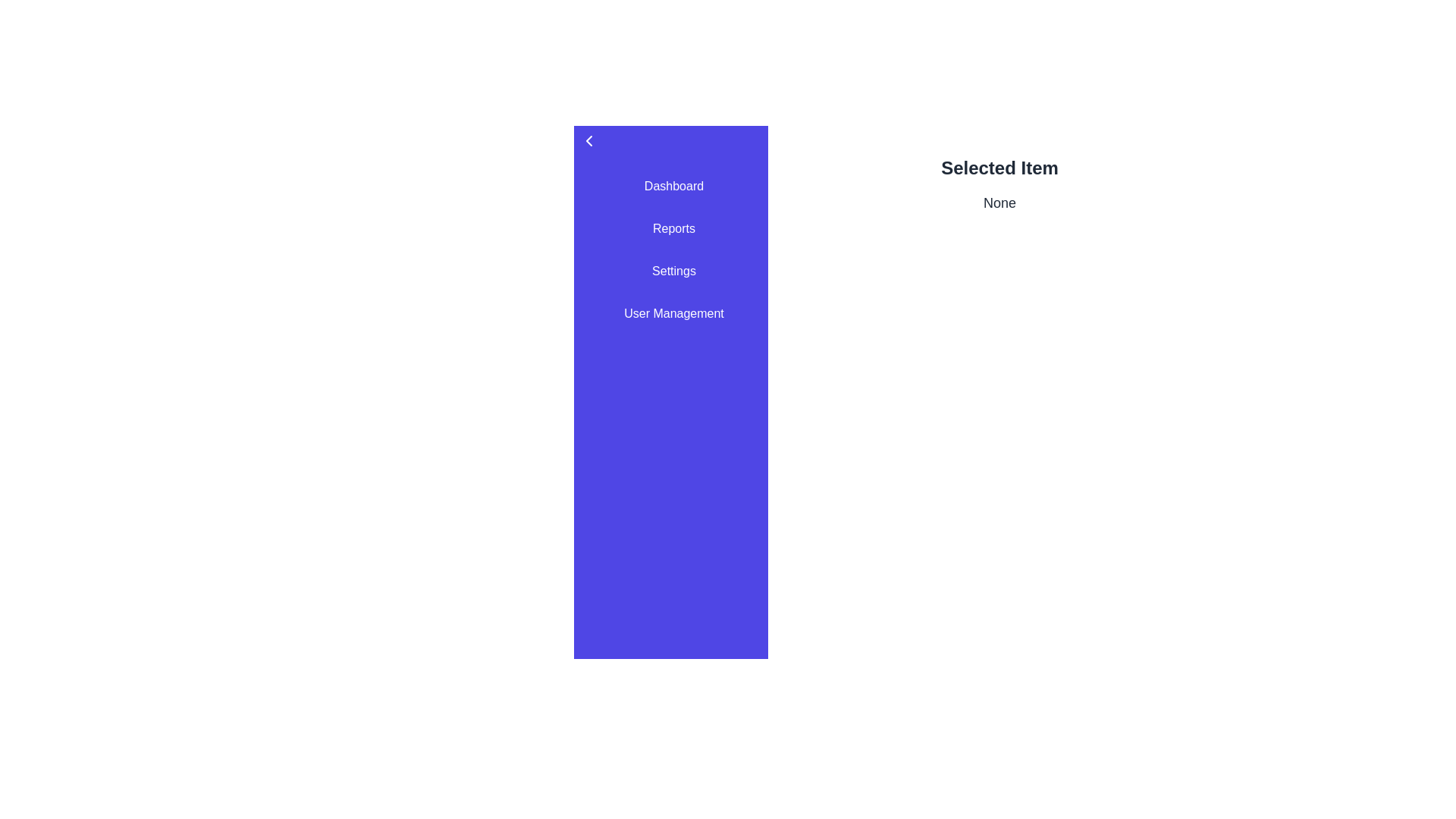 The width and height of the screenshot is (1456, 819). What do you see at coordinates (588, 140) in the screenshot?
I see `the left-pointing chevron icon within the blue sidebar section of the interface` at bounding box center [588, 140].